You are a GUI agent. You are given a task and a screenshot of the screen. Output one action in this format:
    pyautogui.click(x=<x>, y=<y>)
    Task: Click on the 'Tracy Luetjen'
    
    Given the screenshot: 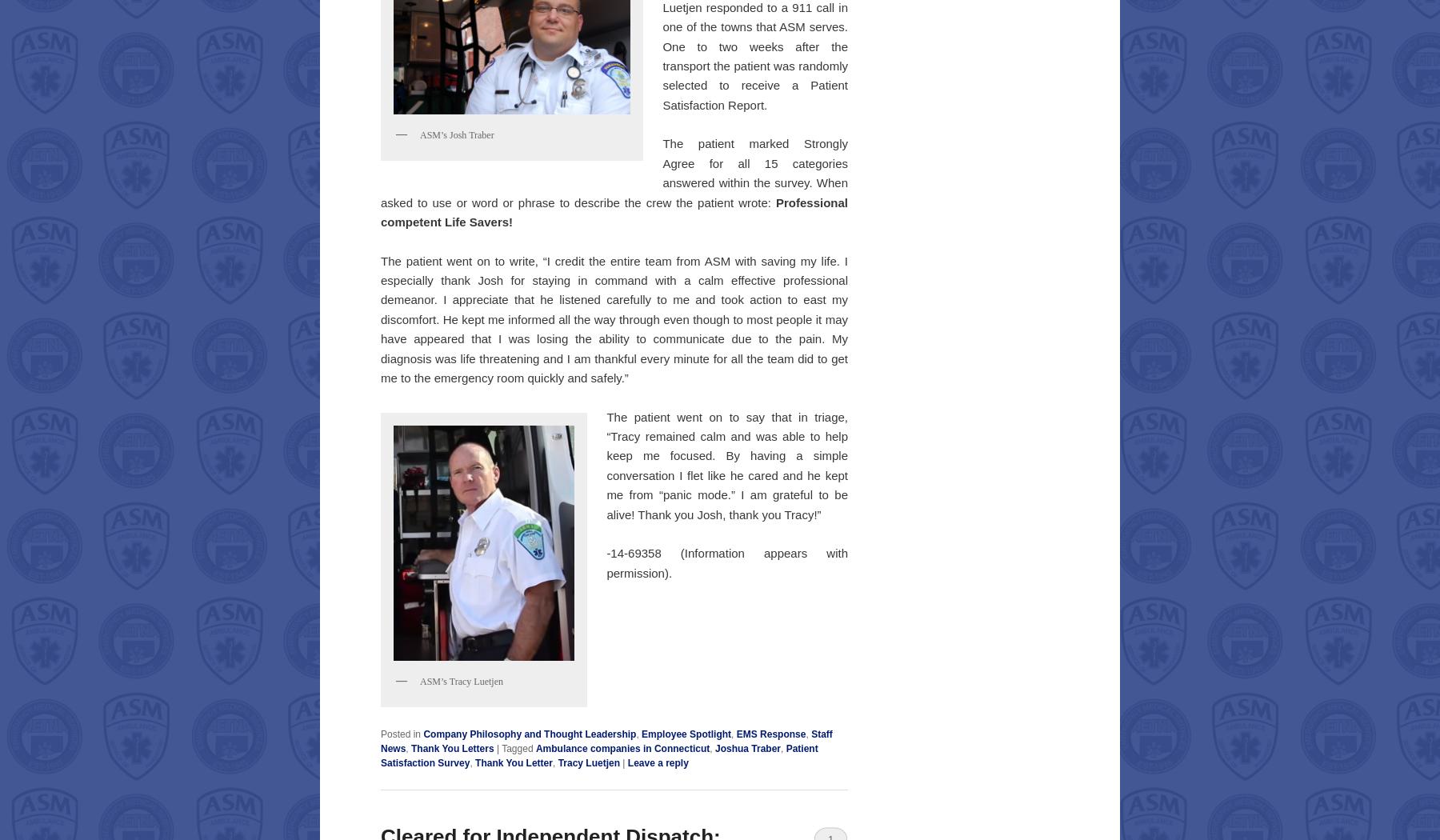 What is the action you would take?
    pyautogui.click(x=588, y=761)
    